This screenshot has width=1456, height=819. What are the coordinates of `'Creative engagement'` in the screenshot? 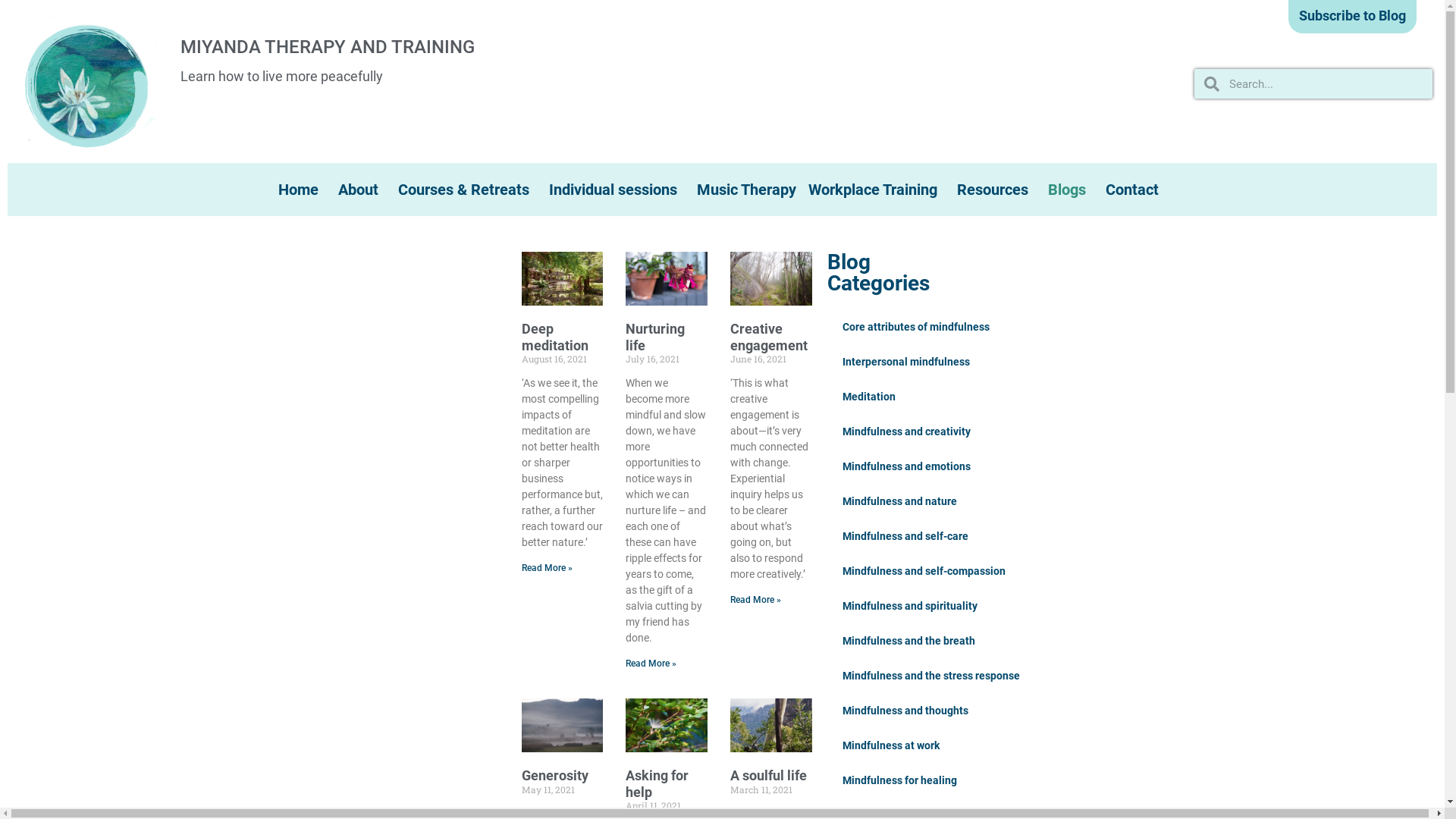 It's located at (768, 336).